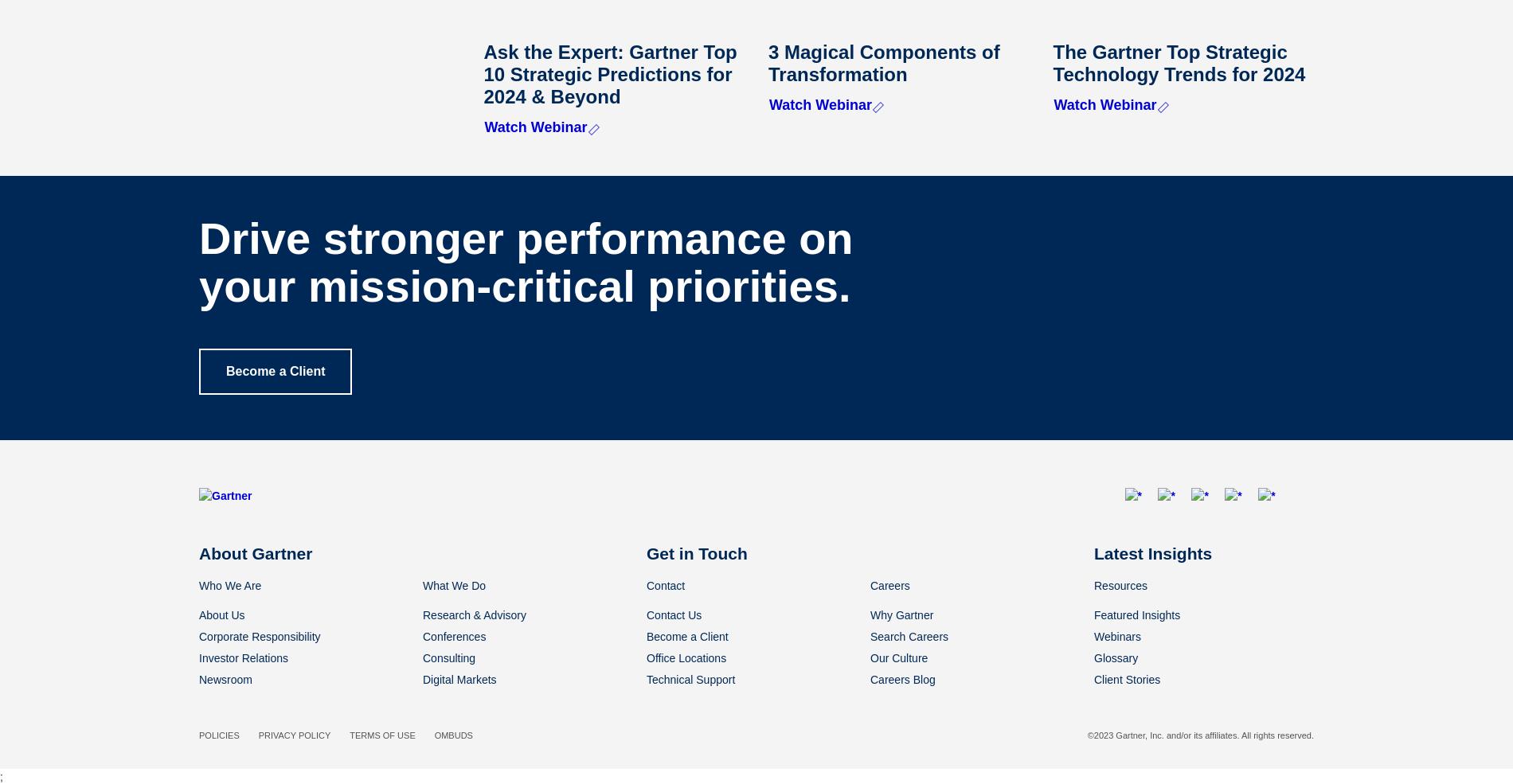 The height and width of the screenshot is (784, 1513). What do you see at coordinates (1116, 636) in the screenshot?
I see `'Webinars'` at bounding box center [1116, 636].